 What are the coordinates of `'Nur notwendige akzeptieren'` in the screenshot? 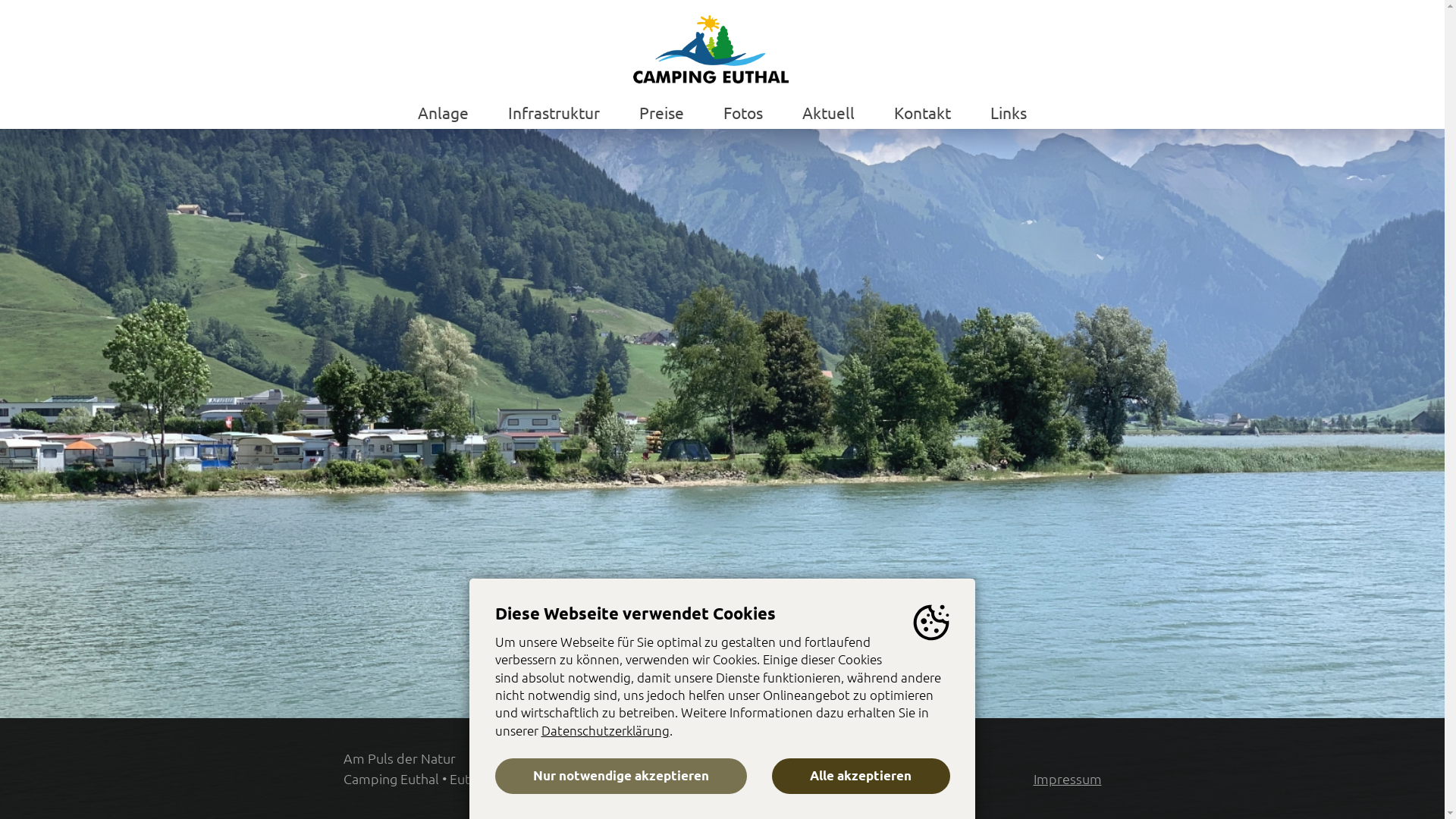 It's located at (494, 776).